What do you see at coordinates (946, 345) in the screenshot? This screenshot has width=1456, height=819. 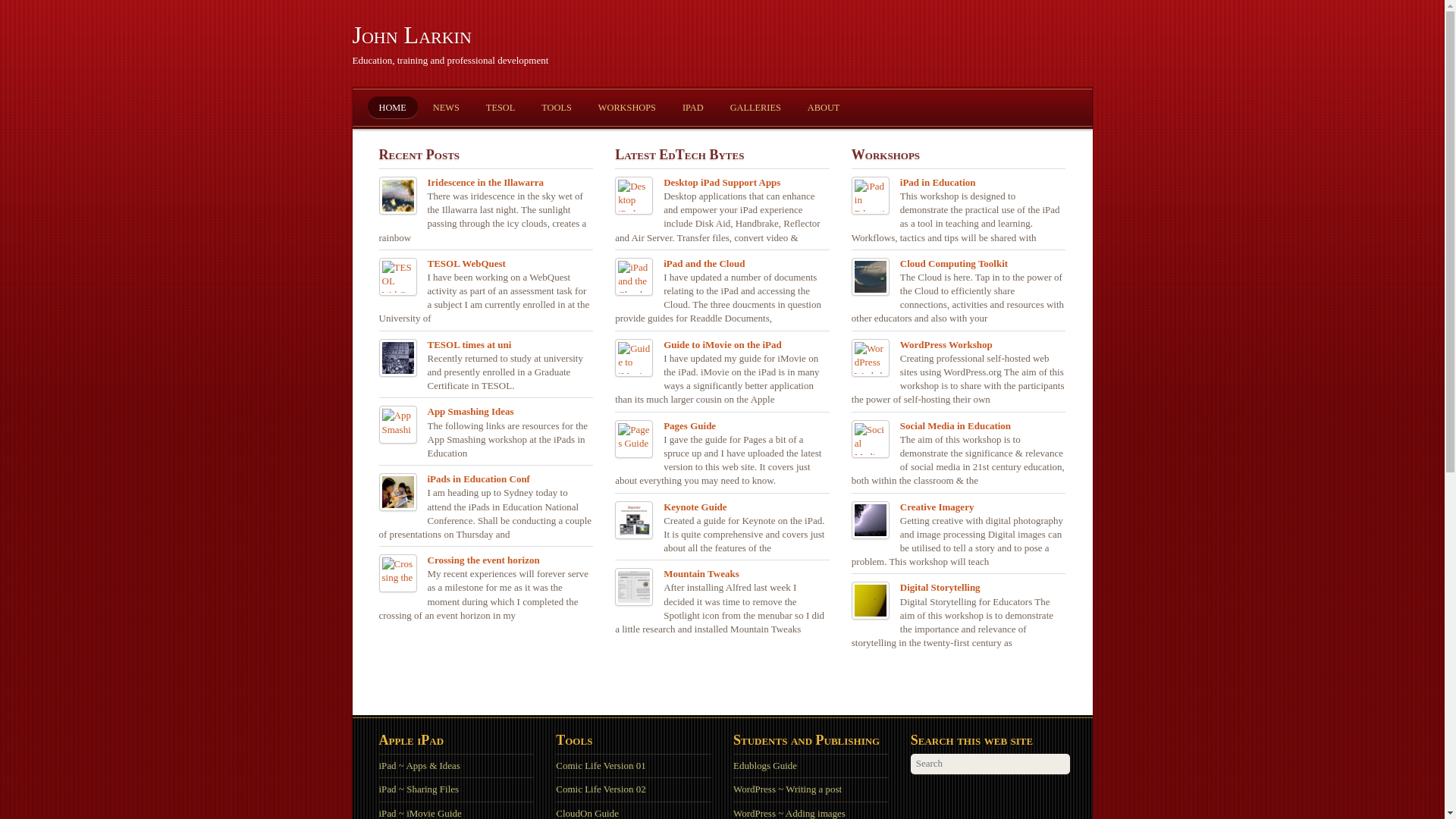 I see `'WordPress Workshop'` at bounding box center [946, 345].